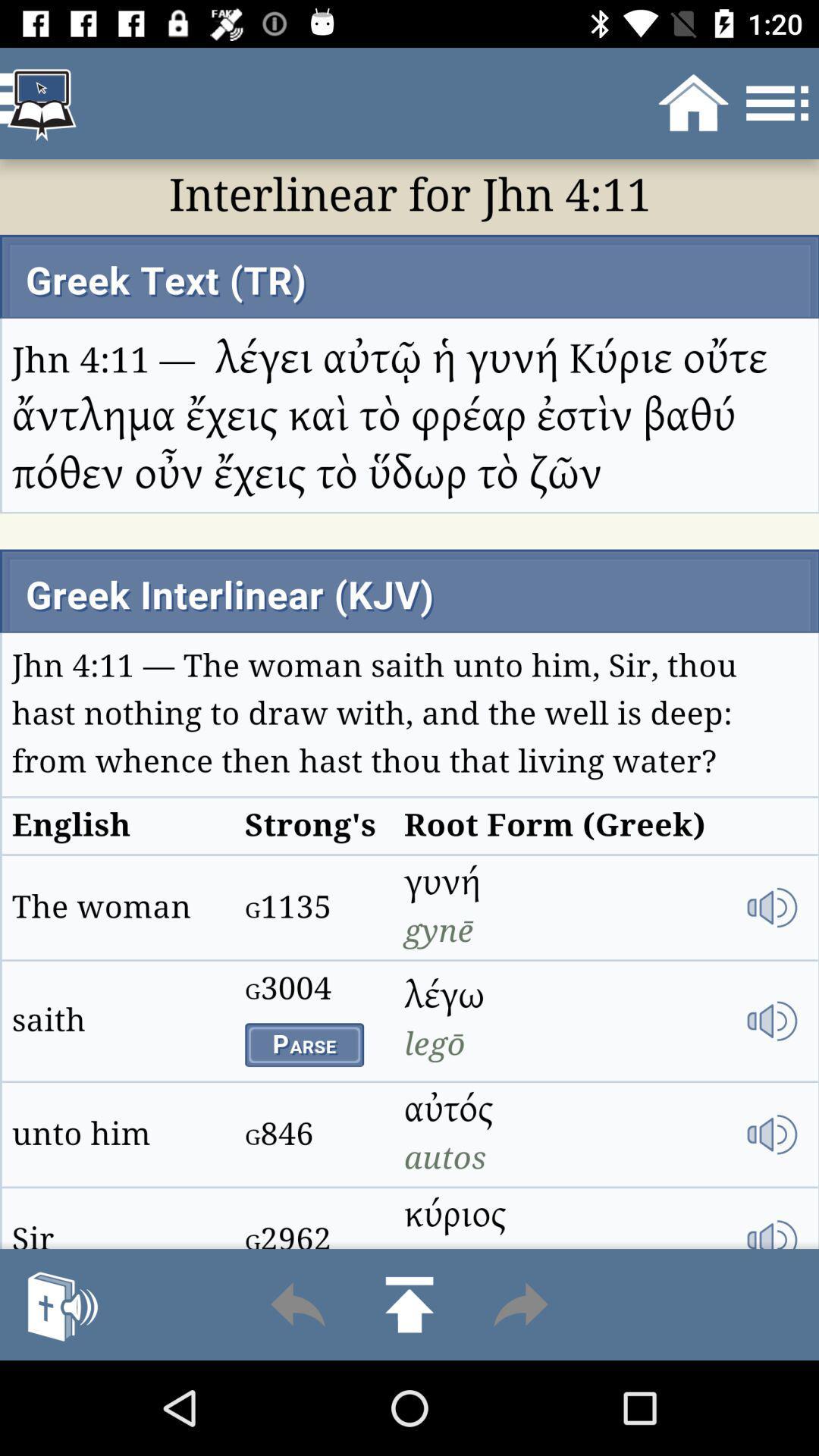  Describe the element at coordinates (409, 1304) in the screenshot. I see `shows download option` at that location.